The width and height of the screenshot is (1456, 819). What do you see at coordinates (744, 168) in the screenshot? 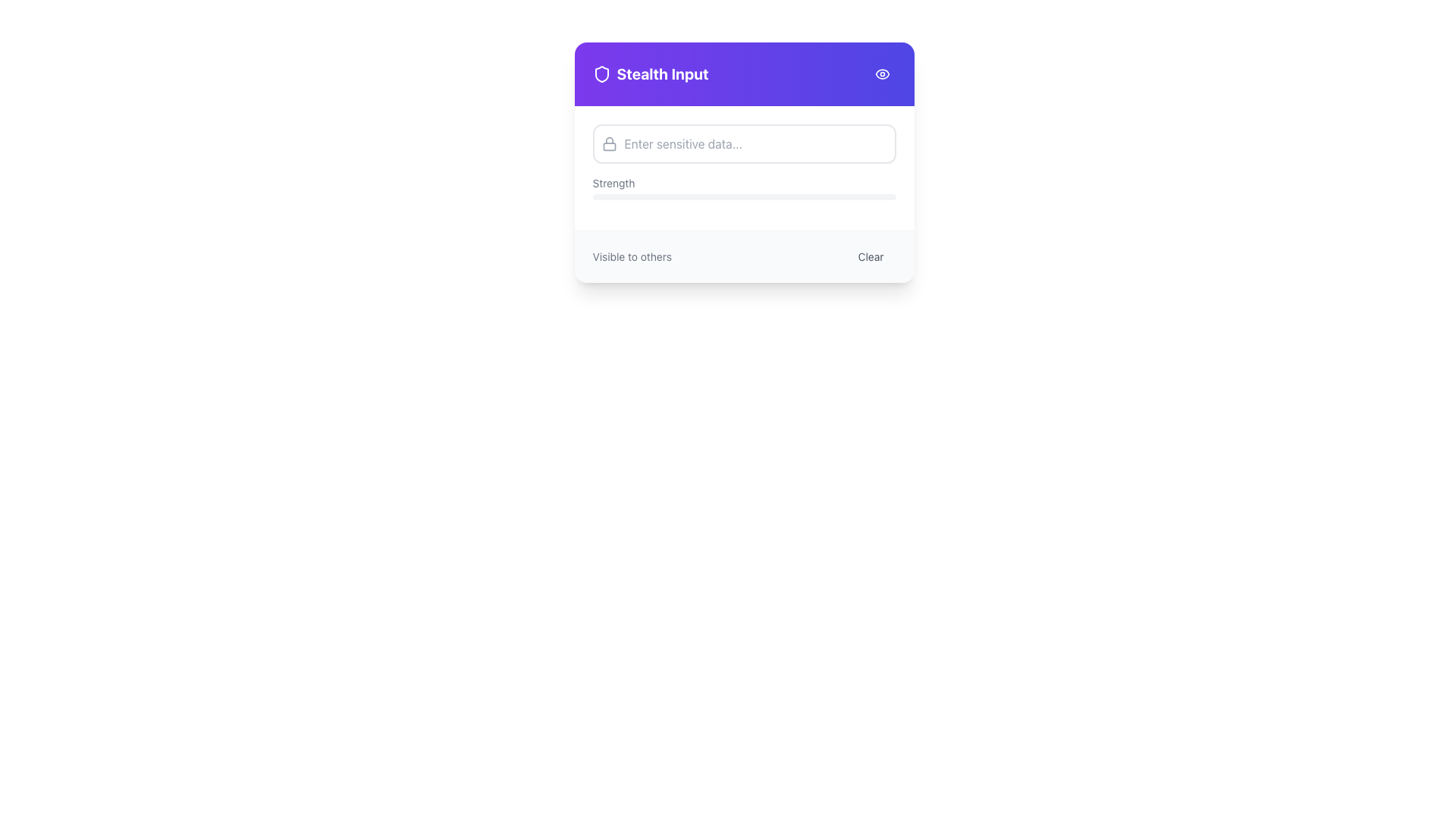
I see `the Password input field with strength indicator` at bounding box center [744, 168].